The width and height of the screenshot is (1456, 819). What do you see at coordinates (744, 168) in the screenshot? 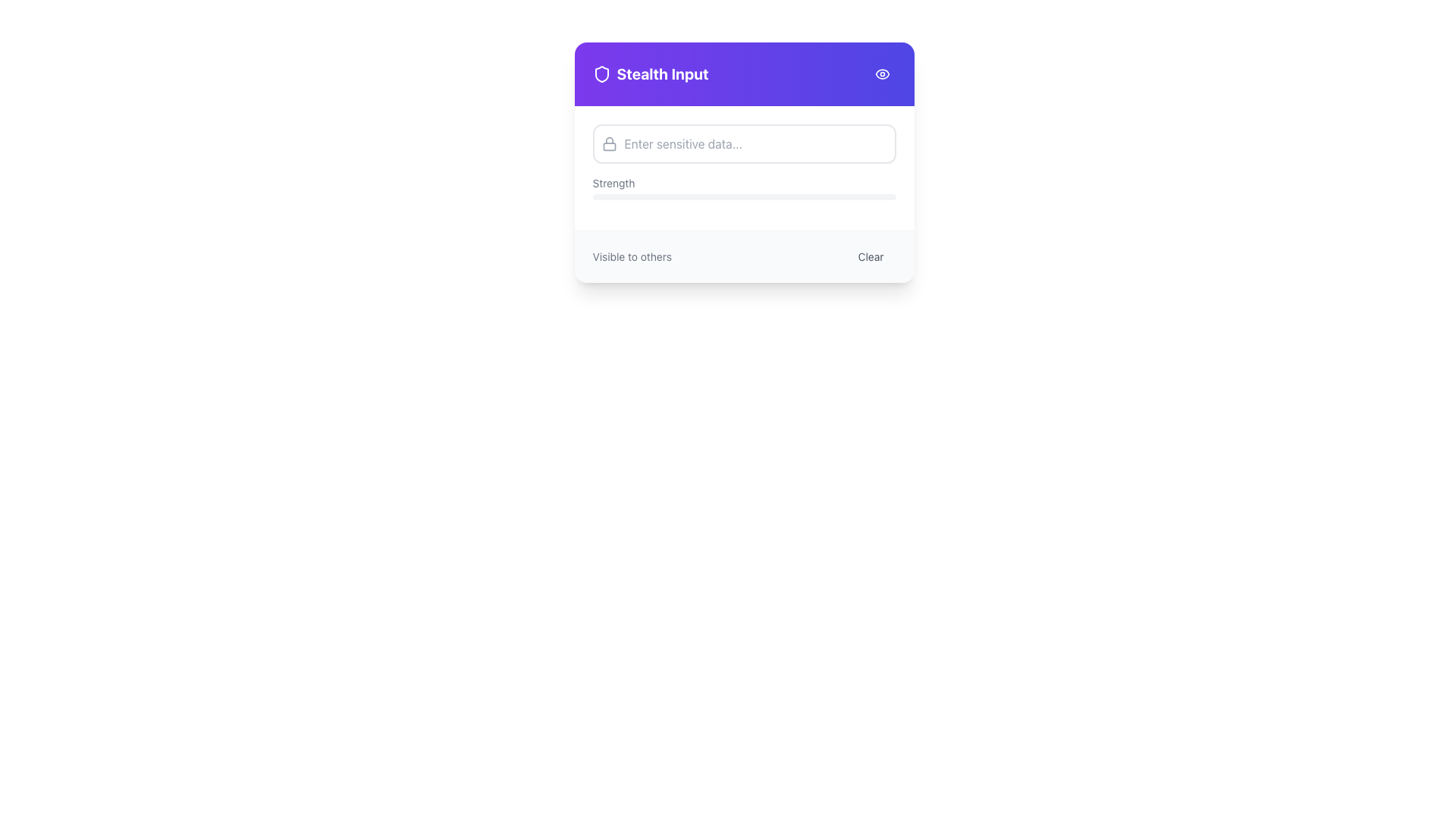
I see `the Password input field with strength indicator` at bounding box center [744, 168].